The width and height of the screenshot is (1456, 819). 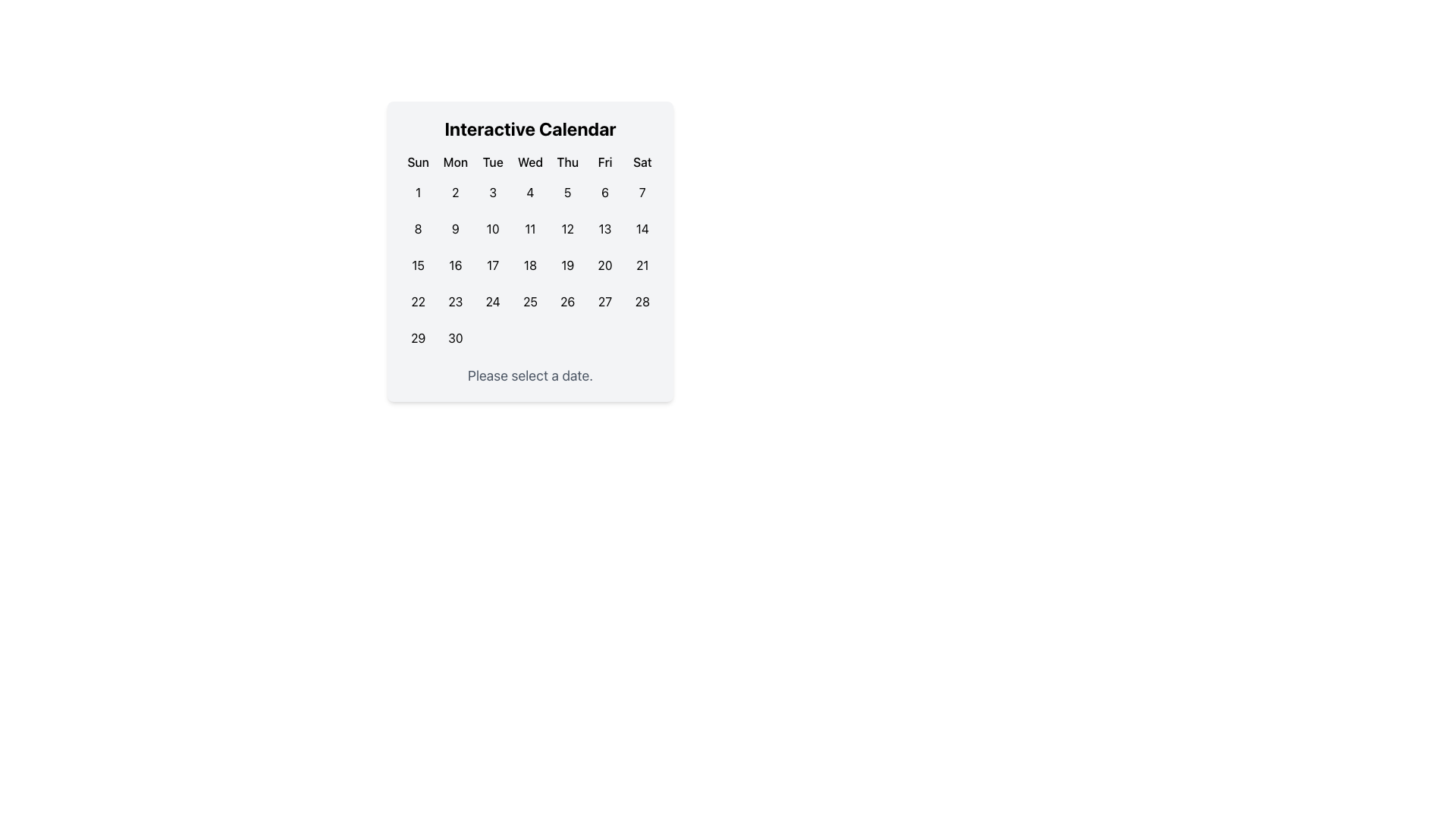 What do you see at coordinates (454, 337) in the screenshot?
I see `the square button with rounded corners and a light gray background that contains the number '30' in black font` at bounding box center [454, 337].